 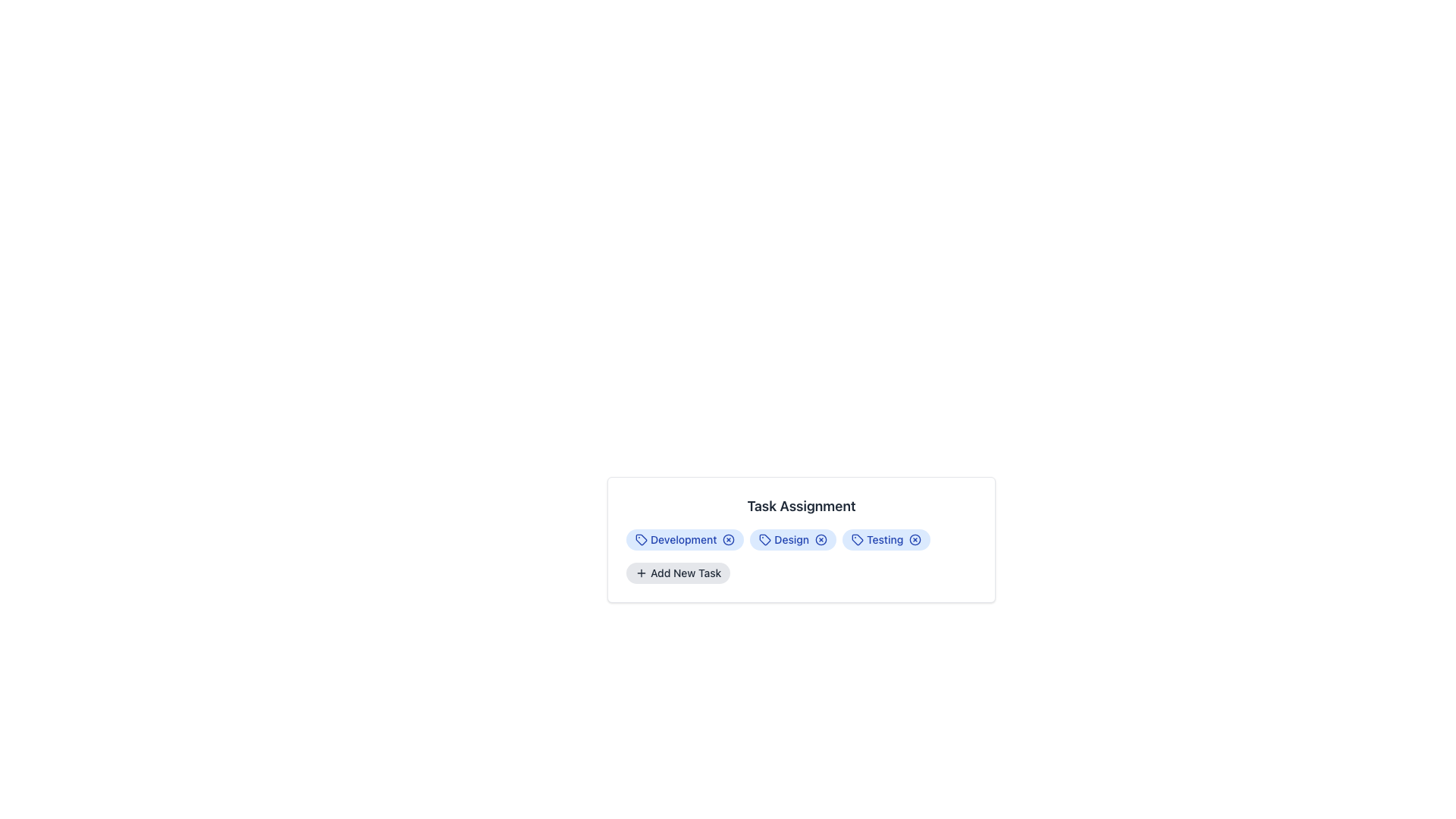 What do you see at coordinates (800, 506) in the screenshot?
I see `the textual header reading 'Task Assignment', which is styled in a large, bold, dark gray font and located at the upper part of a box containing task tags and an 'Add New Task' button` at bounding box center [800, 506].